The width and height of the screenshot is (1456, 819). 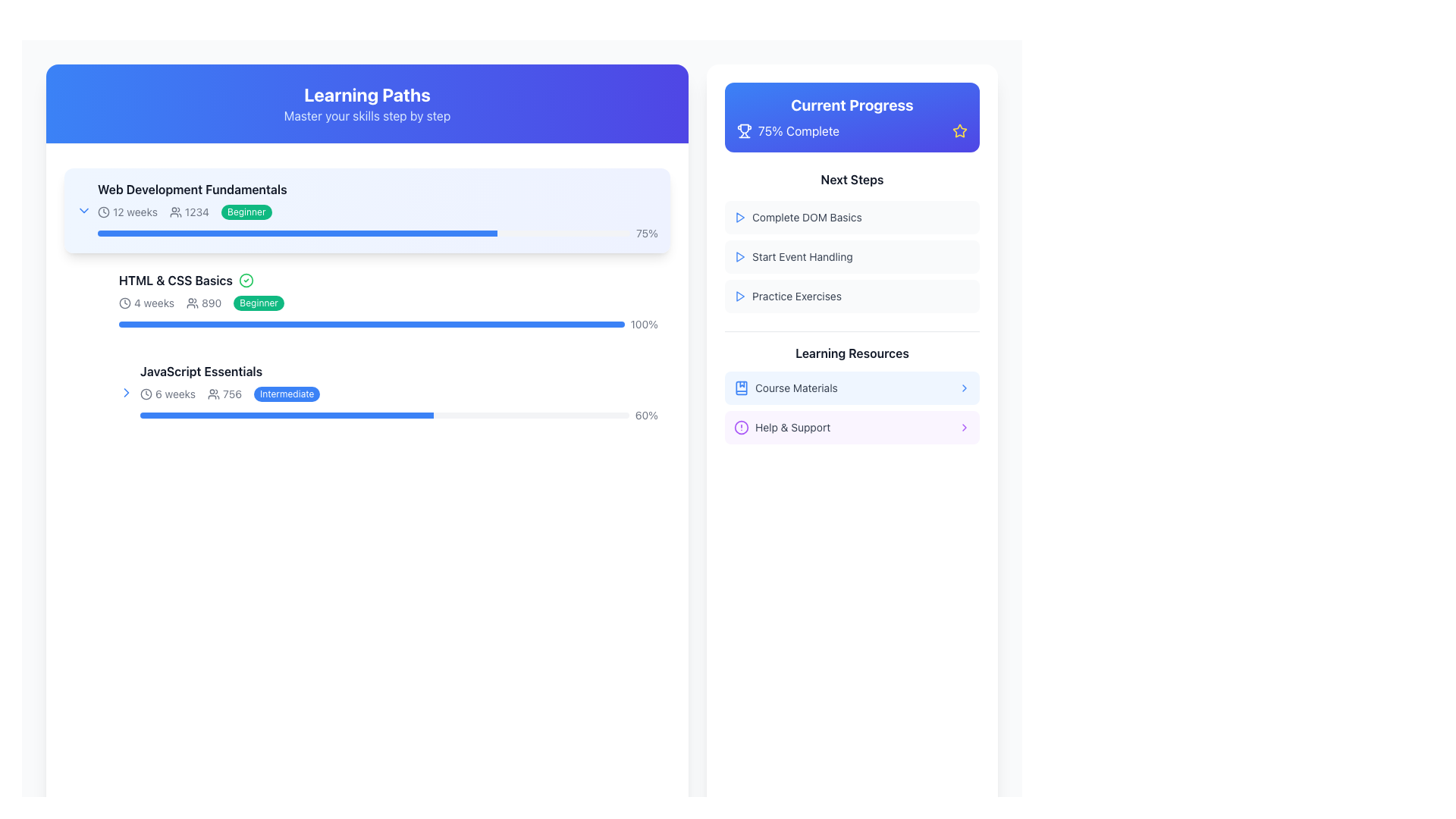 I want to click on the blue triangular Play button icon located to the left of the 'Practice Exercises' section title, so click(x=739, y=296).